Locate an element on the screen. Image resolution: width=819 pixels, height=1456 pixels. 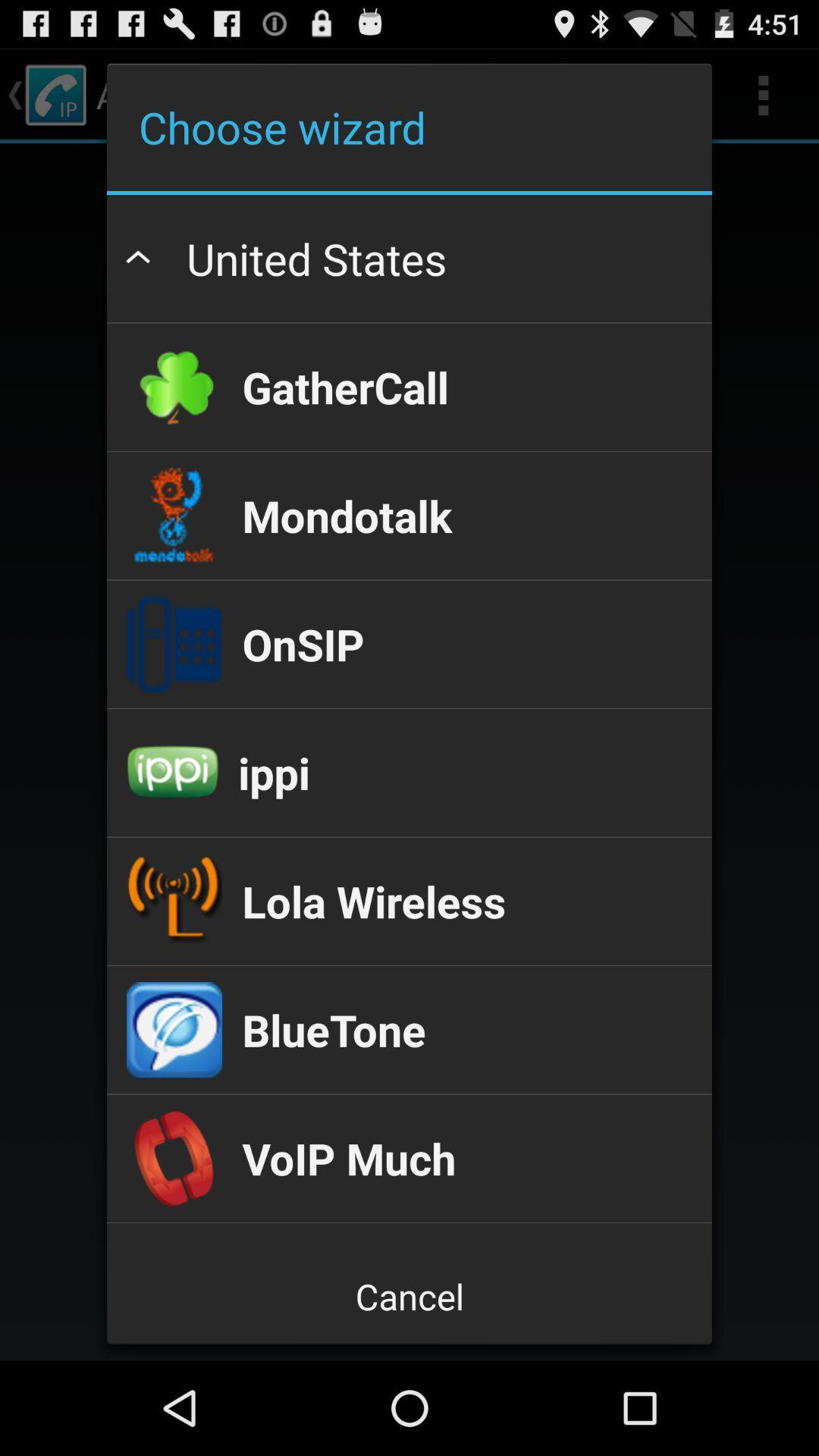
cancel icon is located at coordinates (409, 1295).